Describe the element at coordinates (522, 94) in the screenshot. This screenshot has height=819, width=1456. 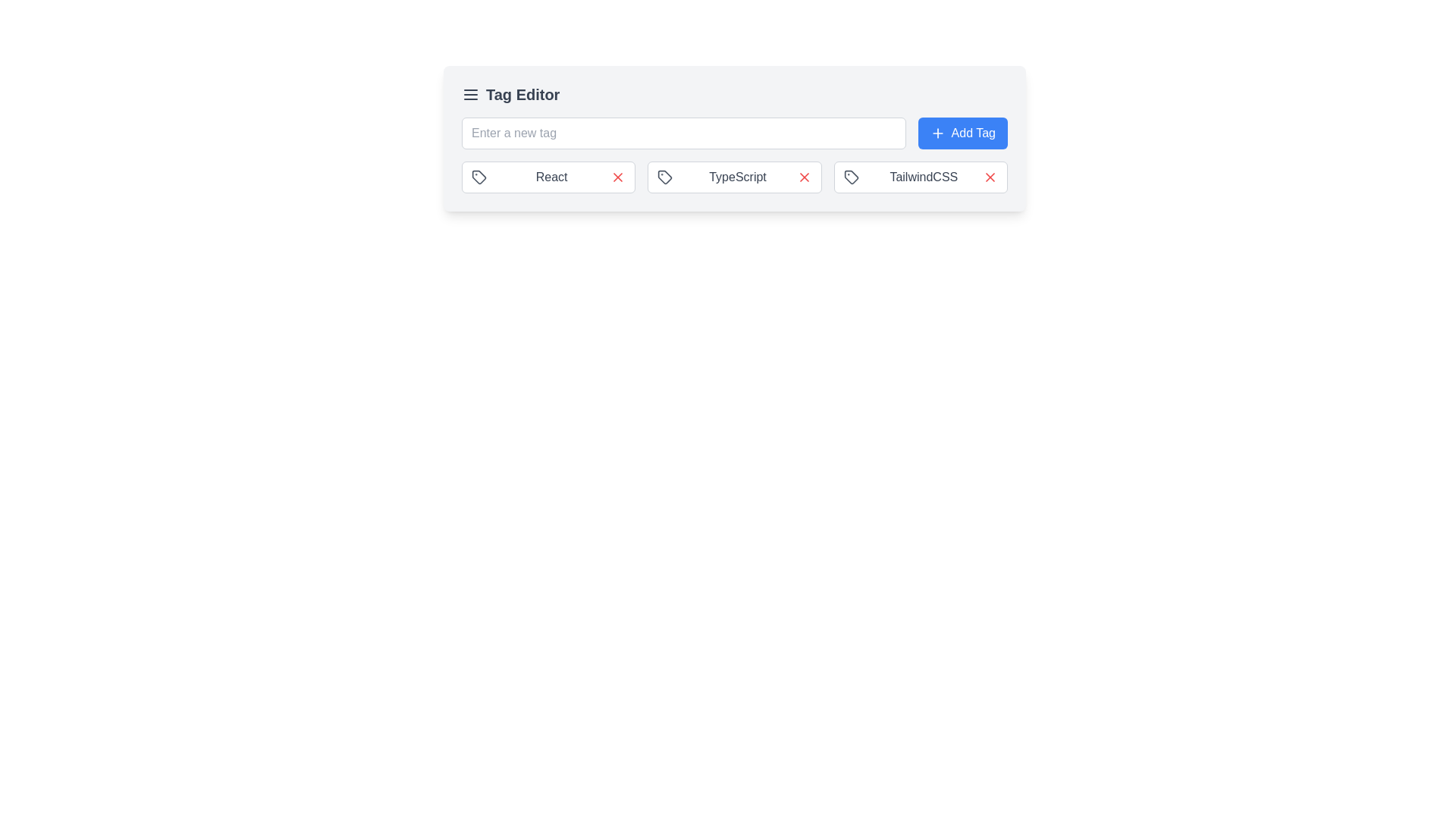
I see `the header text element that indicates the main functionality of the section, located in the top-left of the interface, to the right of the navigation icon` at that location.